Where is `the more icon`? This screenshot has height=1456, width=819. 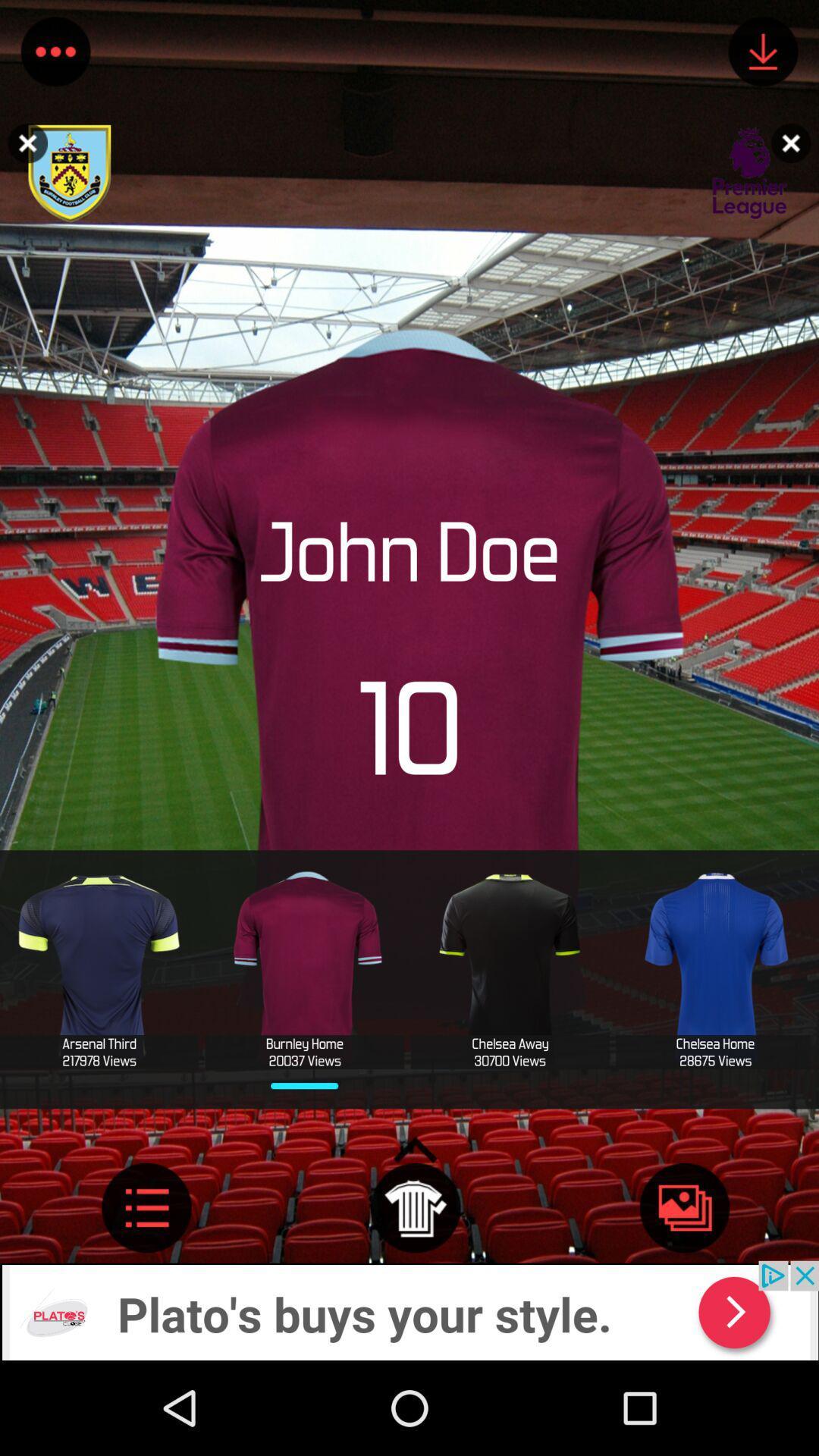 the more icon is located at coordinates (55, 55).